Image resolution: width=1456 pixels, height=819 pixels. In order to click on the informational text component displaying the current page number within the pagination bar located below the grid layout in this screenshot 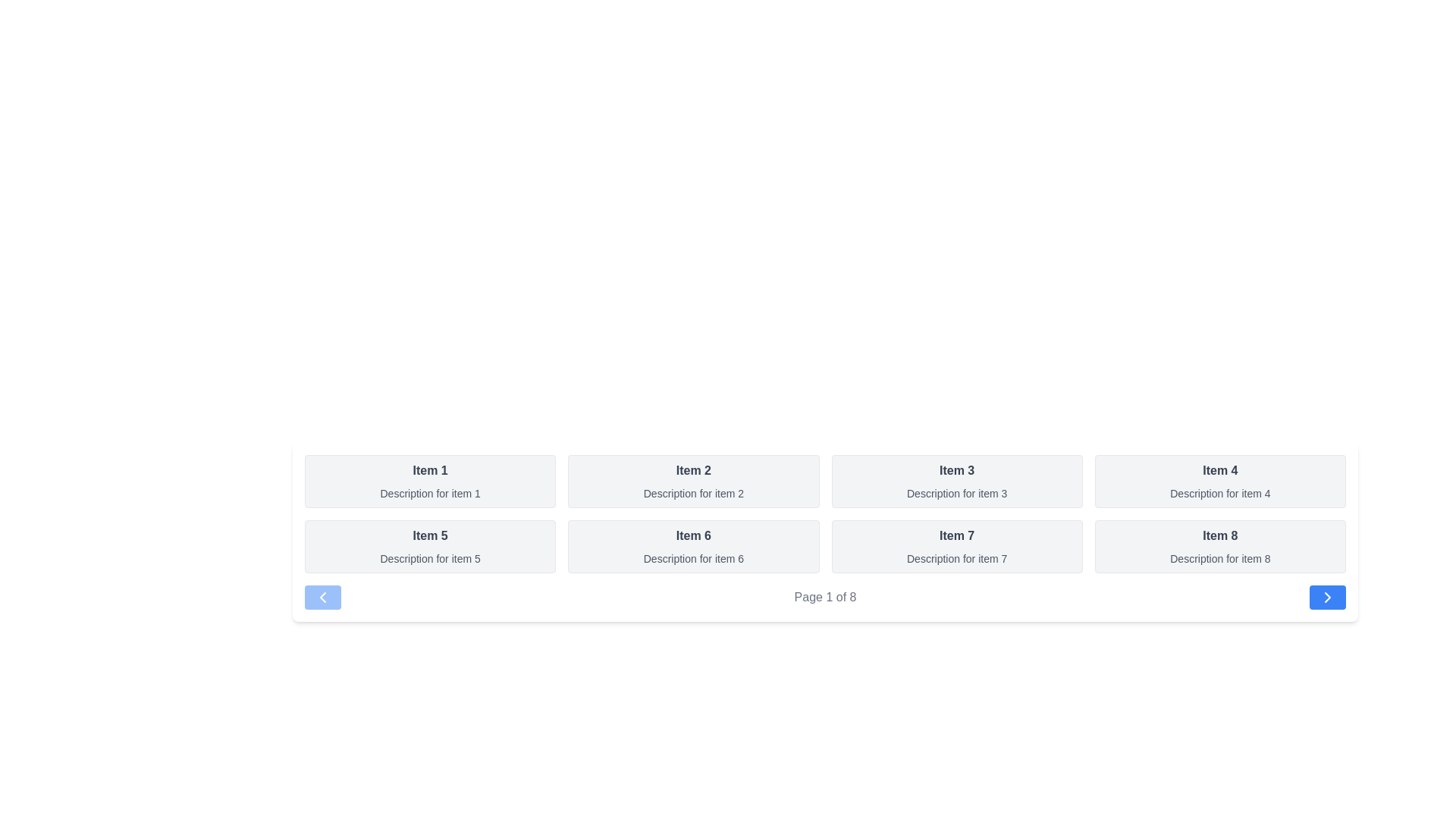, I will do `click(824, 596)`.